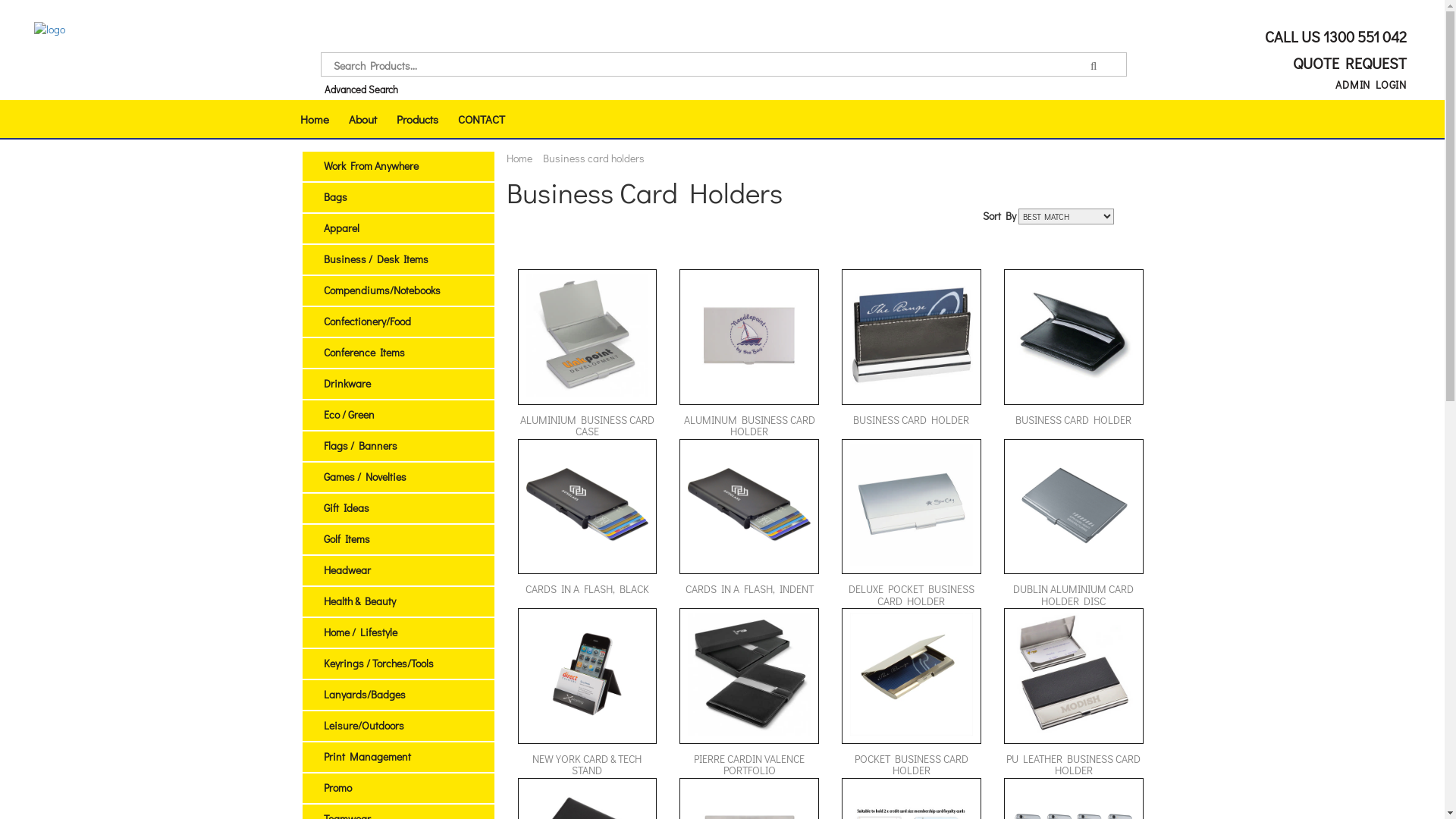 The height and width of the screenshot is (819, 1456). I want to click on 'Aluminium Business Card Case (100743_TRDZ)', so click(586, 334).